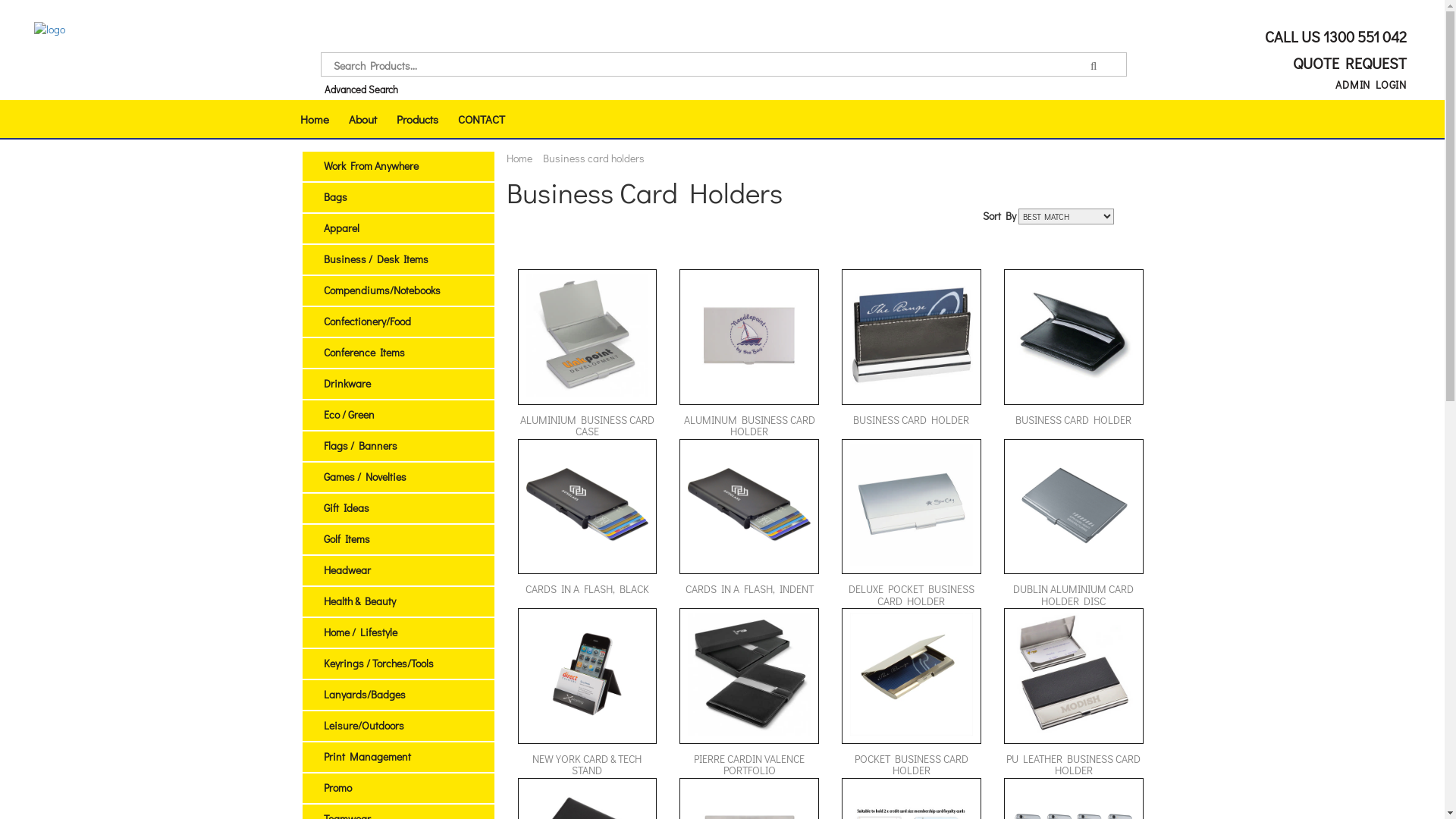 The height and width of the screenshot is (819, 1456). I want to click on 'Aluminium Business Card Case (100743_TRDZ)', so click(586, 334).